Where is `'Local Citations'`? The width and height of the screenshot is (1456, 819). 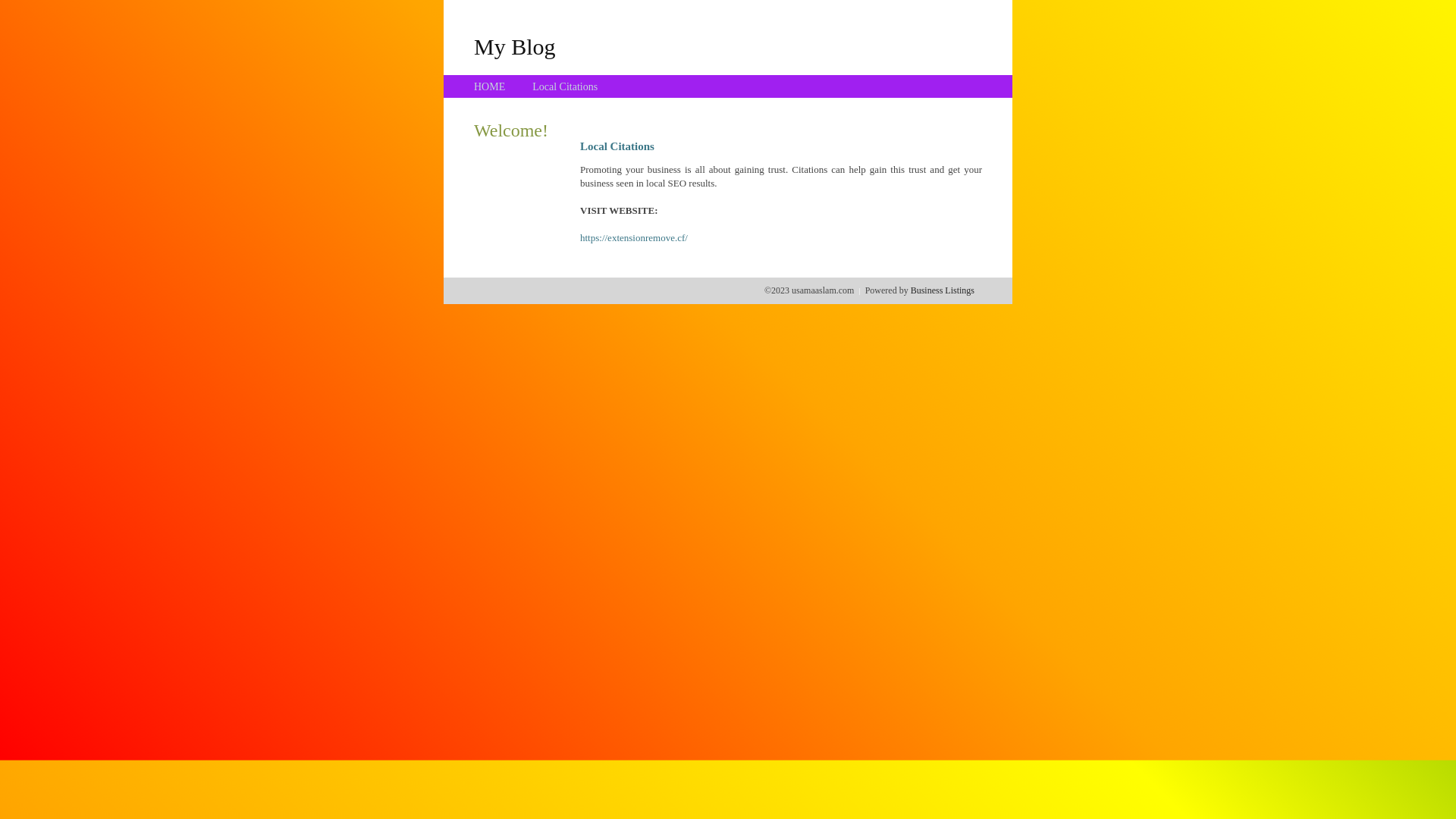
'Local Citations' is located at coordinates (532, 86).